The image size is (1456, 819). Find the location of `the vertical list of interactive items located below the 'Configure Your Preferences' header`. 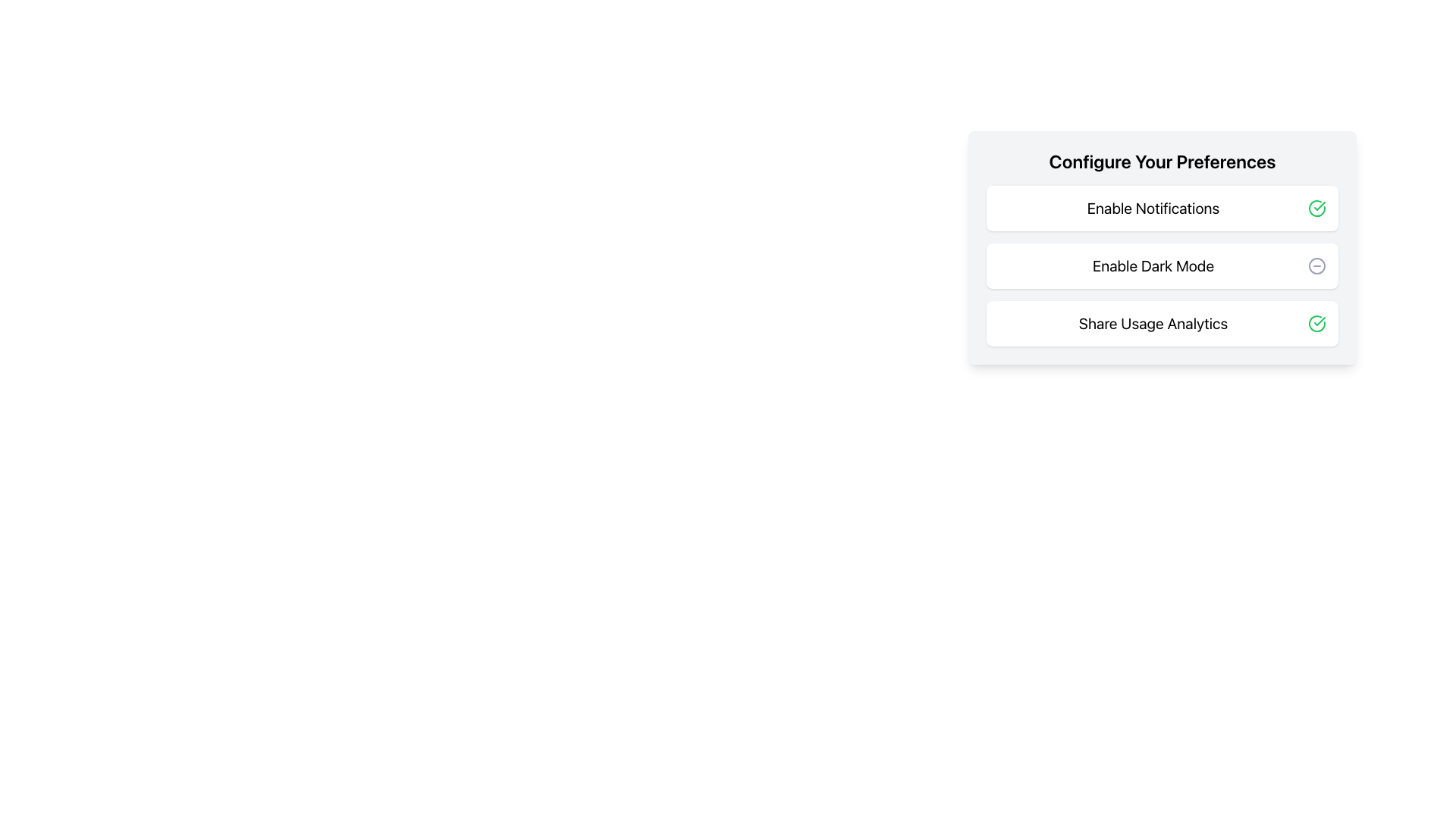

the vertical list of interactive items located below the 'Configure Your Preferences' header is located at coordinates (1161, 265).